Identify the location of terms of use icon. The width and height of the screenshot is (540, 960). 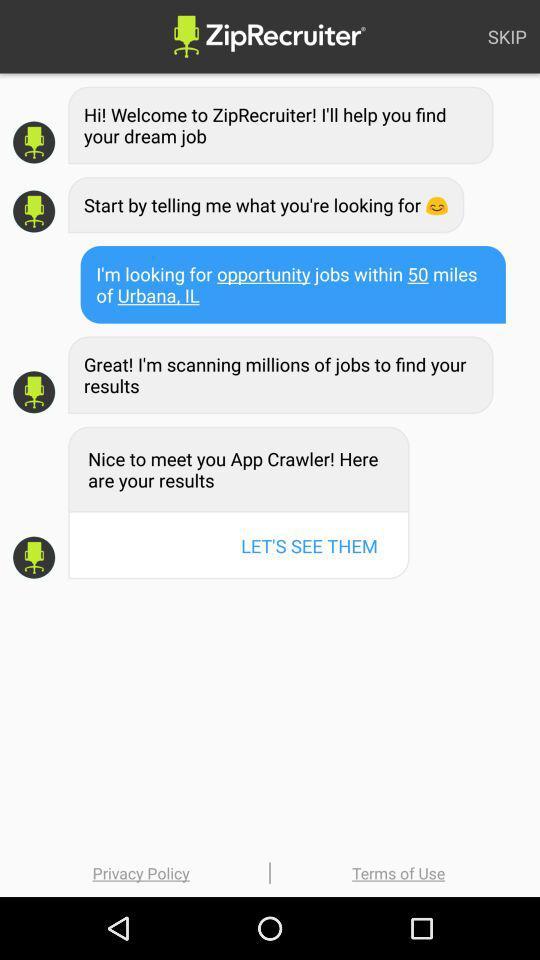
(398, 872).